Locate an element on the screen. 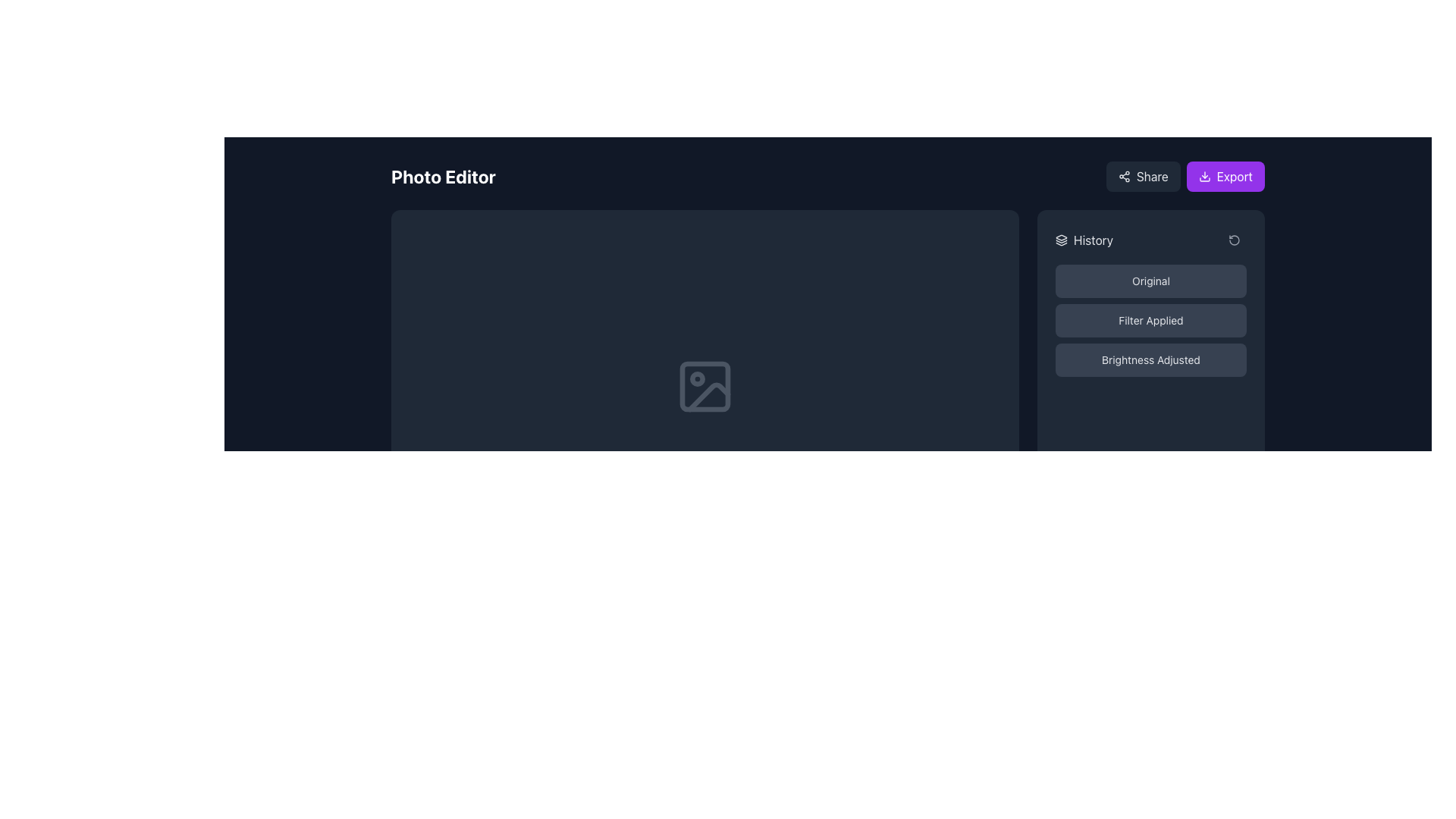  the 'Export' button, which is a rectangular button with a violet background, rounded corners, and displays a white downward arrow icon followed by the text 'Export' in bold white font, located in the top-right corner of the interface is located at coordinates (1225, 175).